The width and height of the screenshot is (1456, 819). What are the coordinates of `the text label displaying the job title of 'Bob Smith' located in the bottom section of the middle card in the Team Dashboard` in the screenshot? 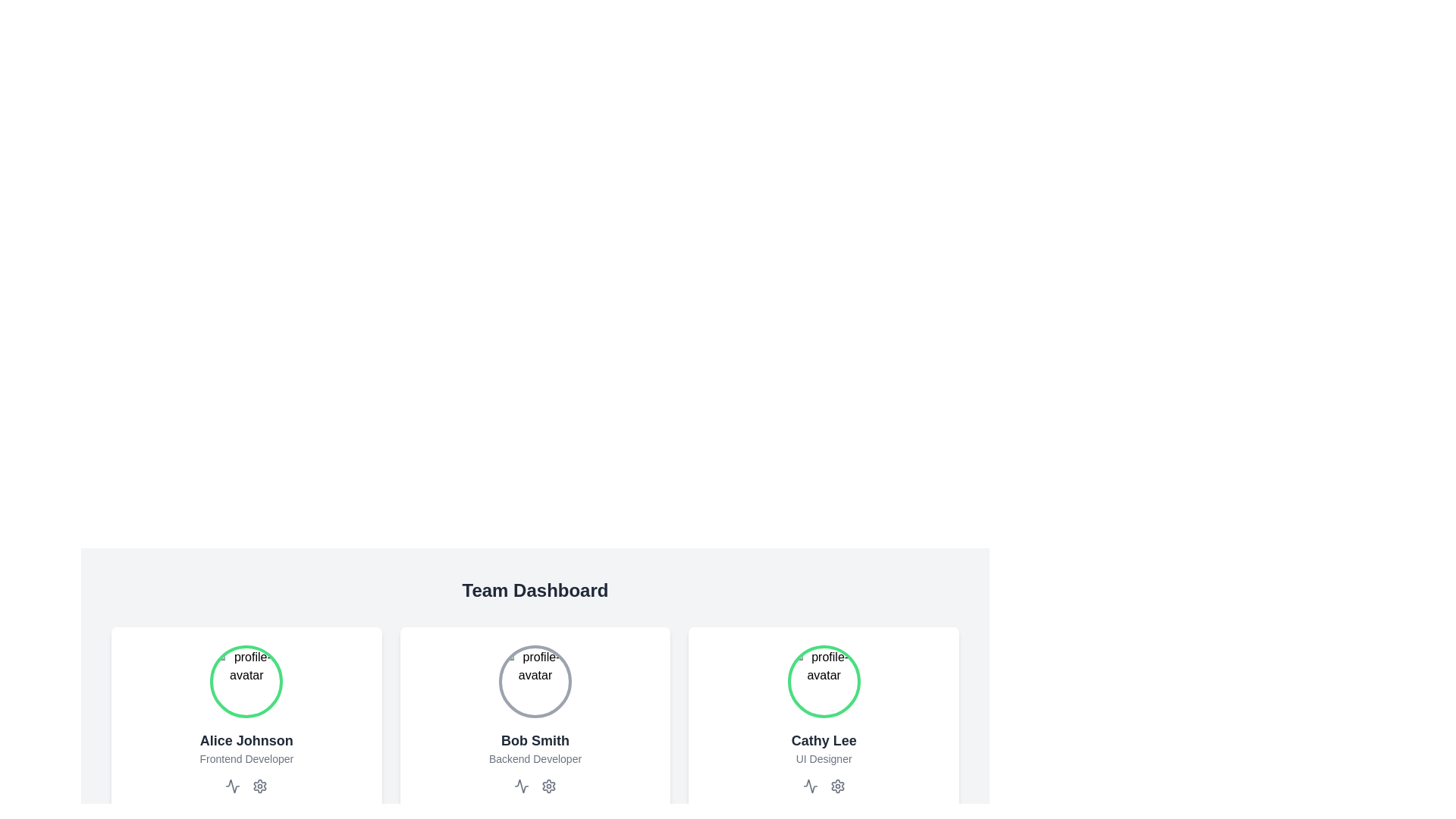 It's located at (535, 759).